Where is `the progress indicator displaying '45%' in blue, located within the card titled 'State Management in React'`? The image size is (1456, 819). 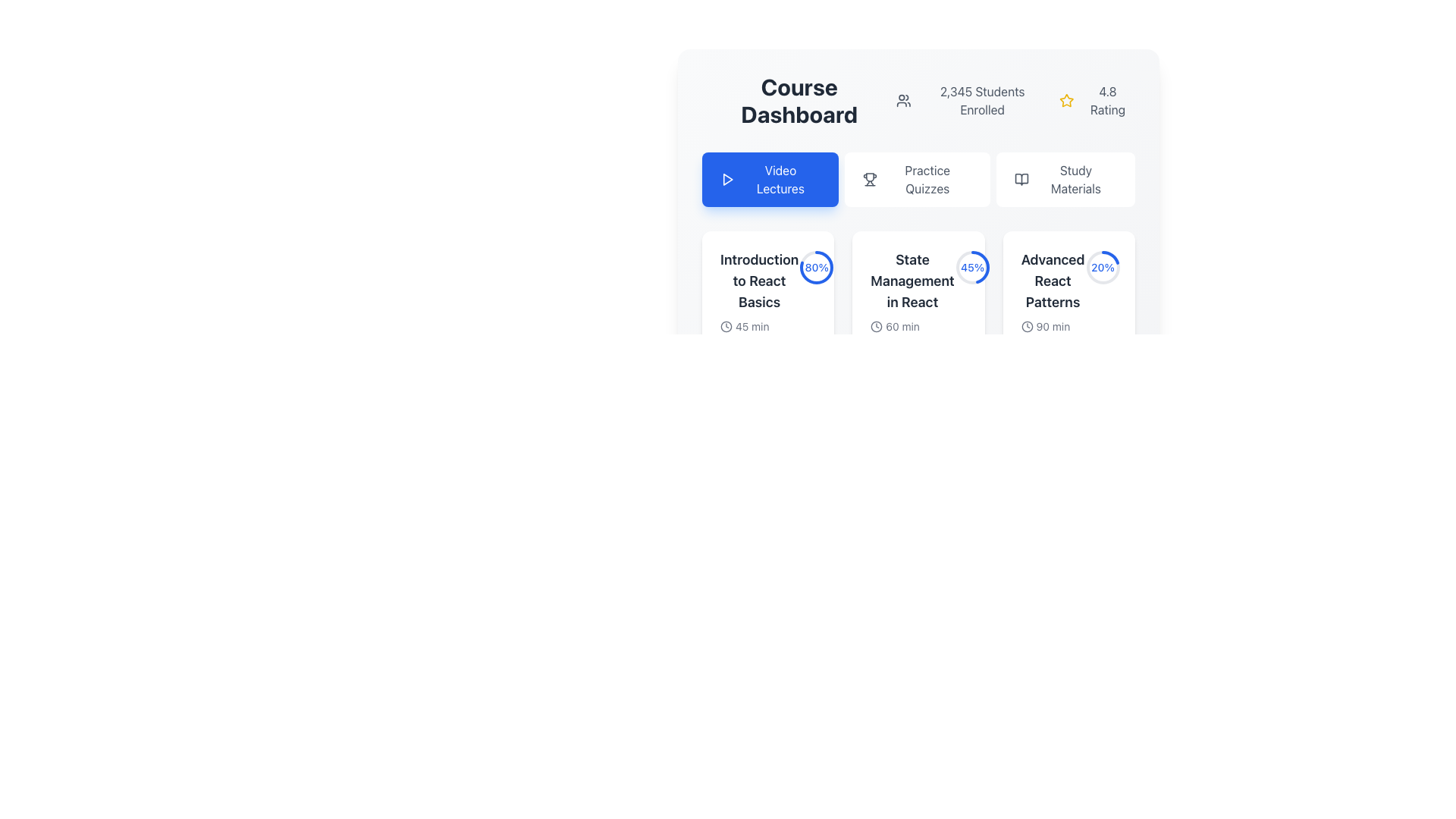 the progress indicator displaying '45%' in blue, located within the card titled 'State Management in React' is located at coordinates (972, 267).